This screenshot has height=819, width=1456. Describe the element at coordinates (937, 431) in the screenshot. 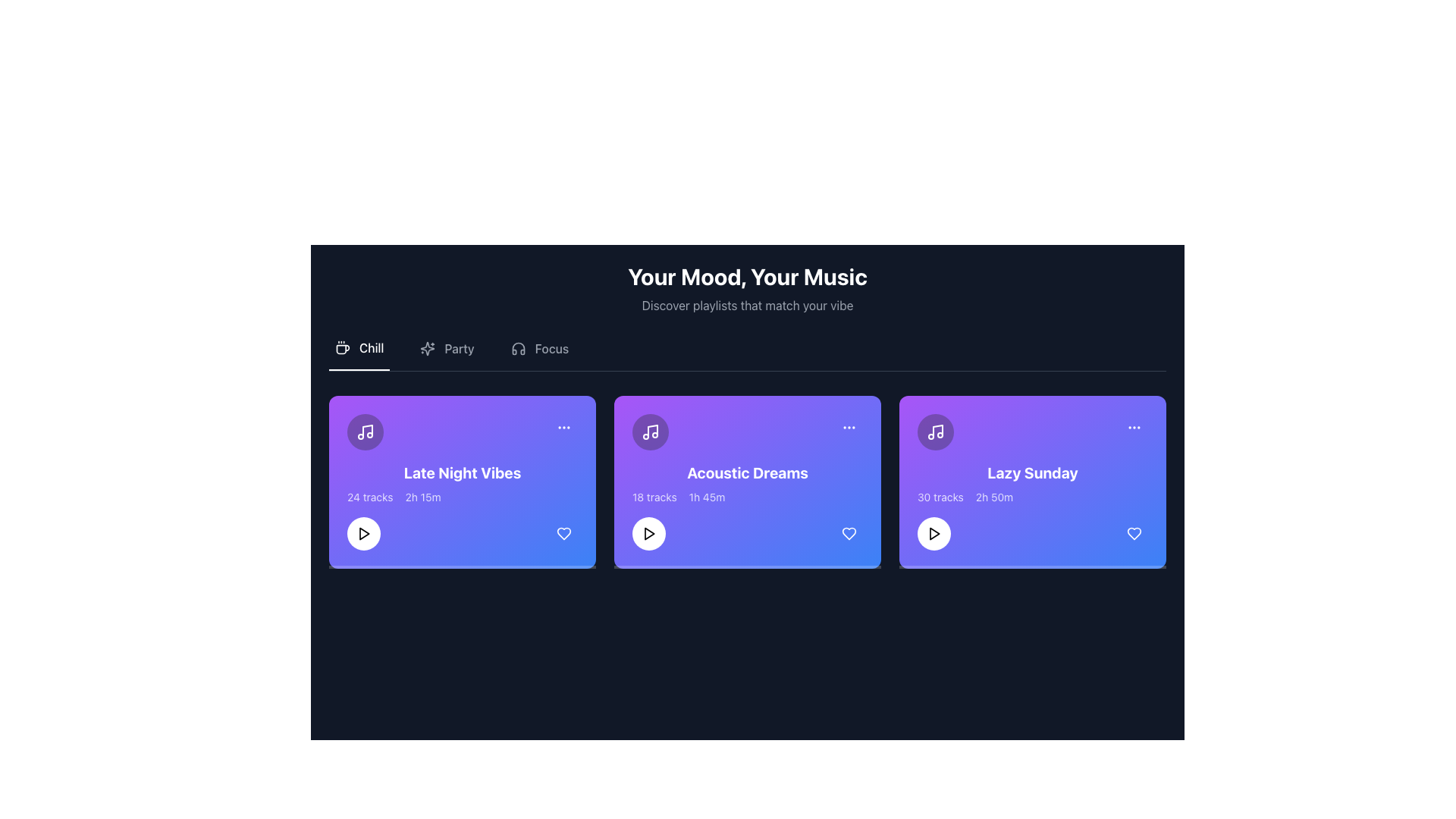

I see `the card containing the music note icon, which is represented by a vertical line in the vector graphic located in the second card of the grid` at that location.